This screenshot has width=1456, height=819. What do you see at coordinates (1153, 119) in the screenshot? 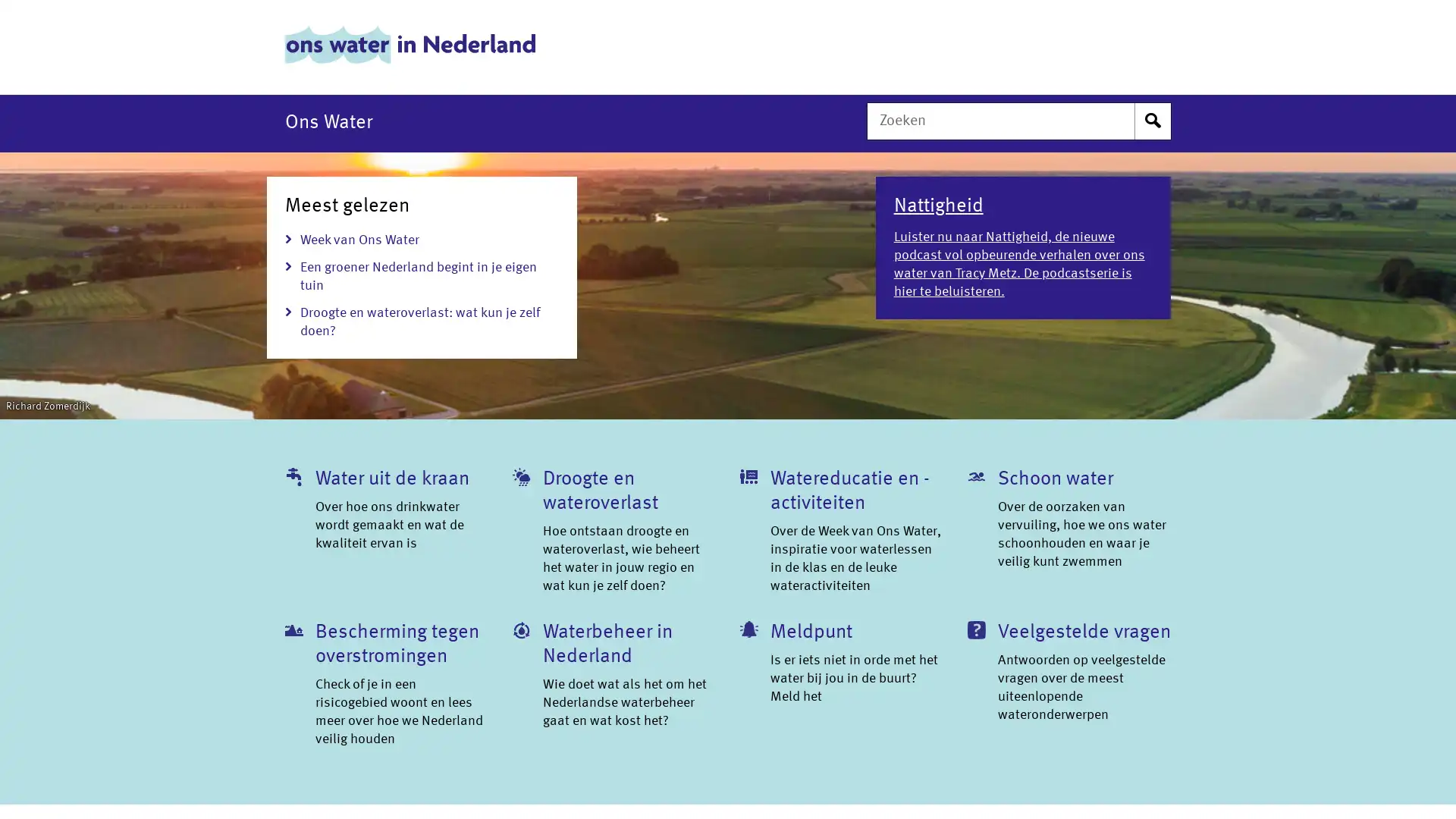
I see `Start zoeken` at bounding box center [1153, 119].